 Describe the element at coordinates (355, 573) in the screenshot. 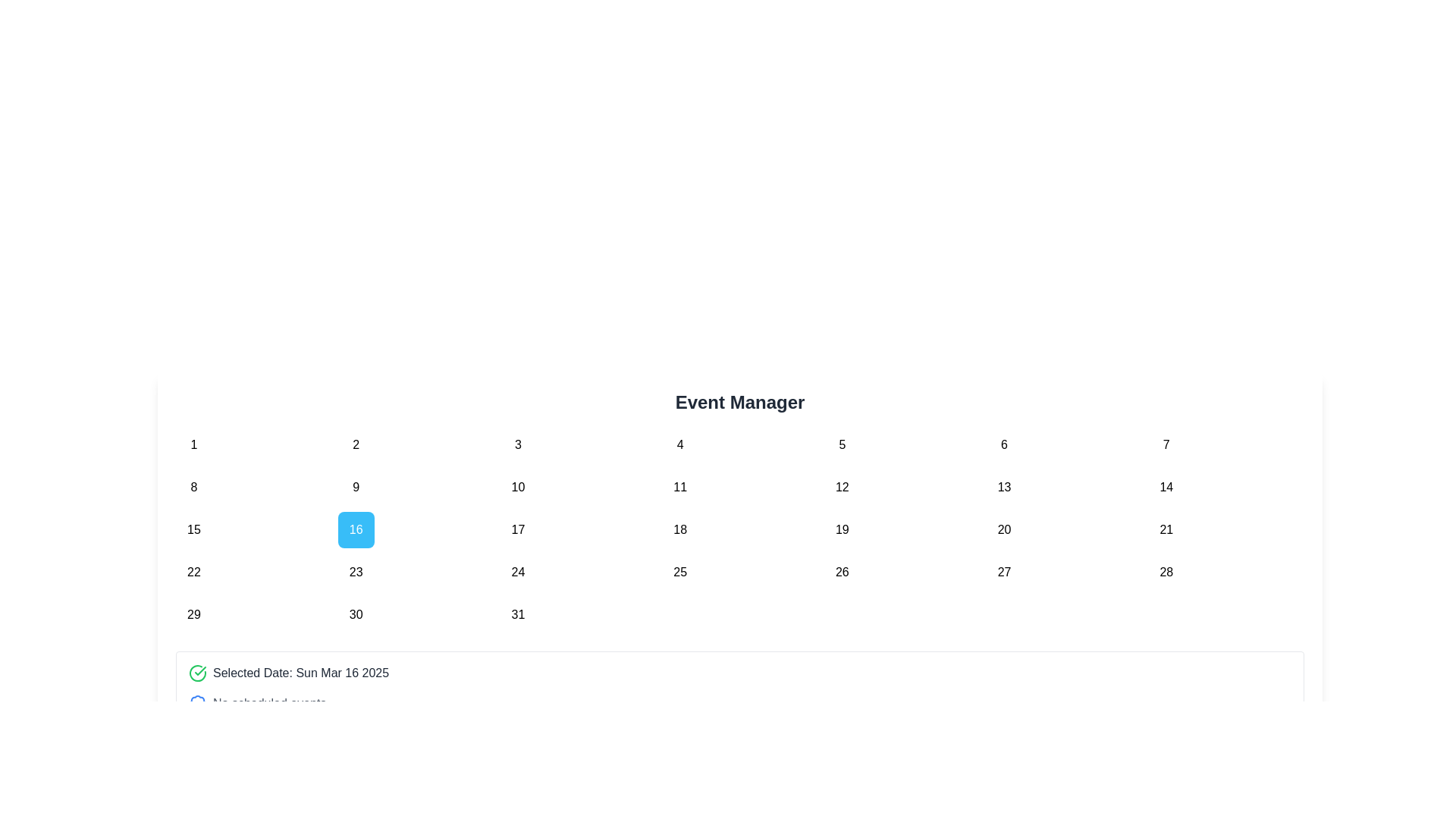

I see `the small square button with the number '23' centered inside it, which is located in the fifth row and second column of a grid layout` at that location.